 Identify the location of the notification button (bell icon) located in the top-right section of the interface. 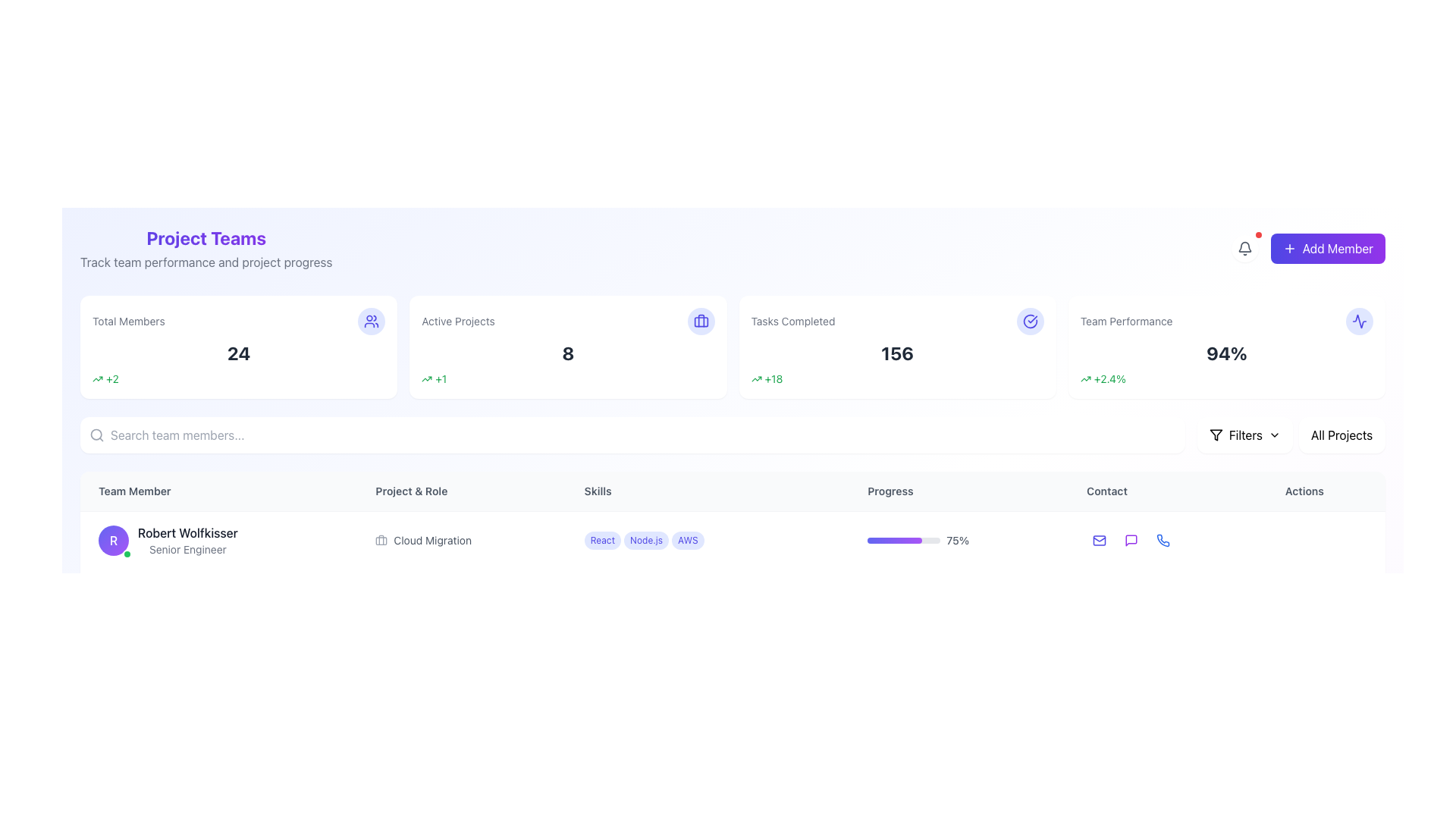
(1244, 247).